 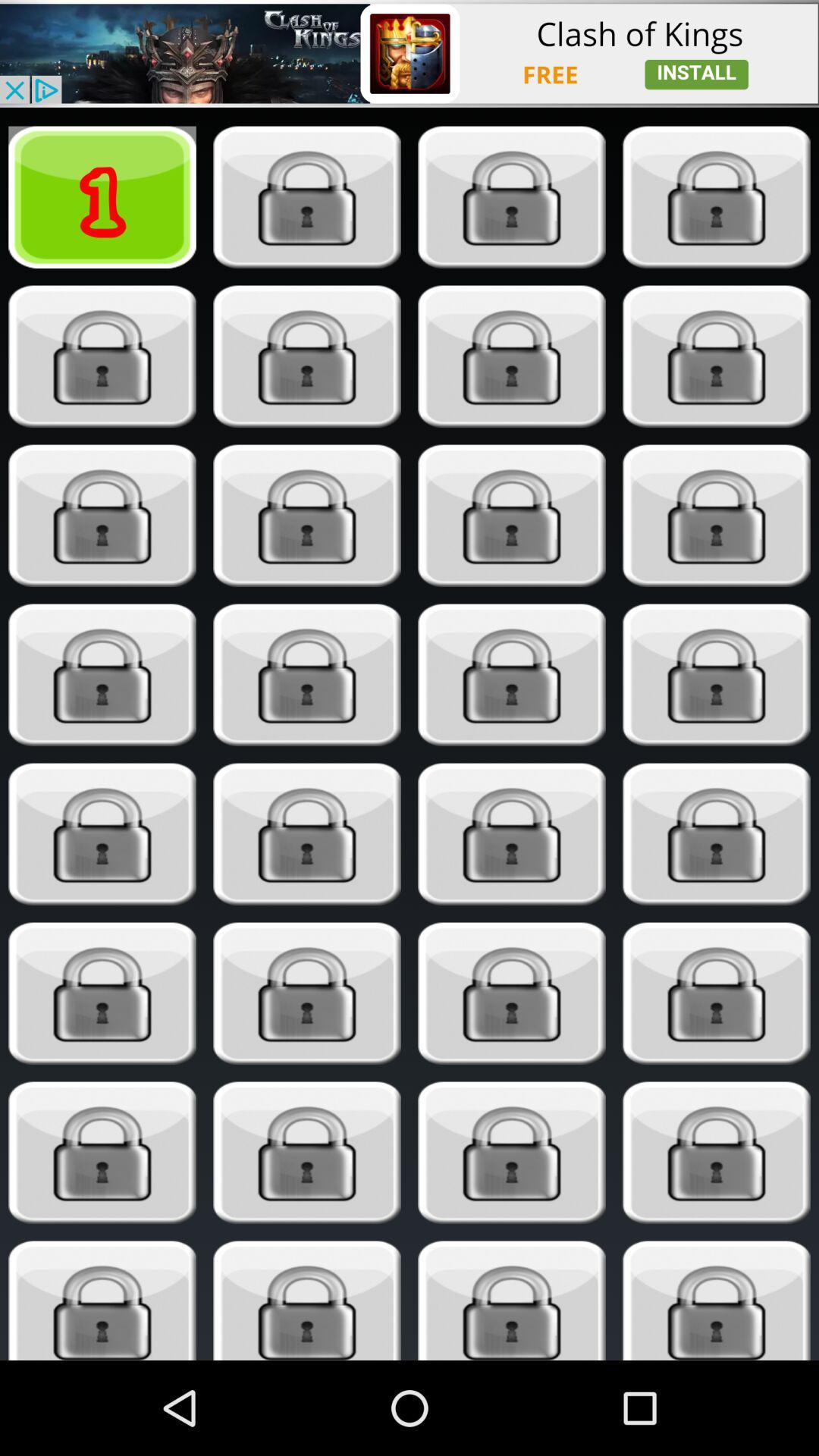 I want to click on the widget, so click(x=307, y=1300).